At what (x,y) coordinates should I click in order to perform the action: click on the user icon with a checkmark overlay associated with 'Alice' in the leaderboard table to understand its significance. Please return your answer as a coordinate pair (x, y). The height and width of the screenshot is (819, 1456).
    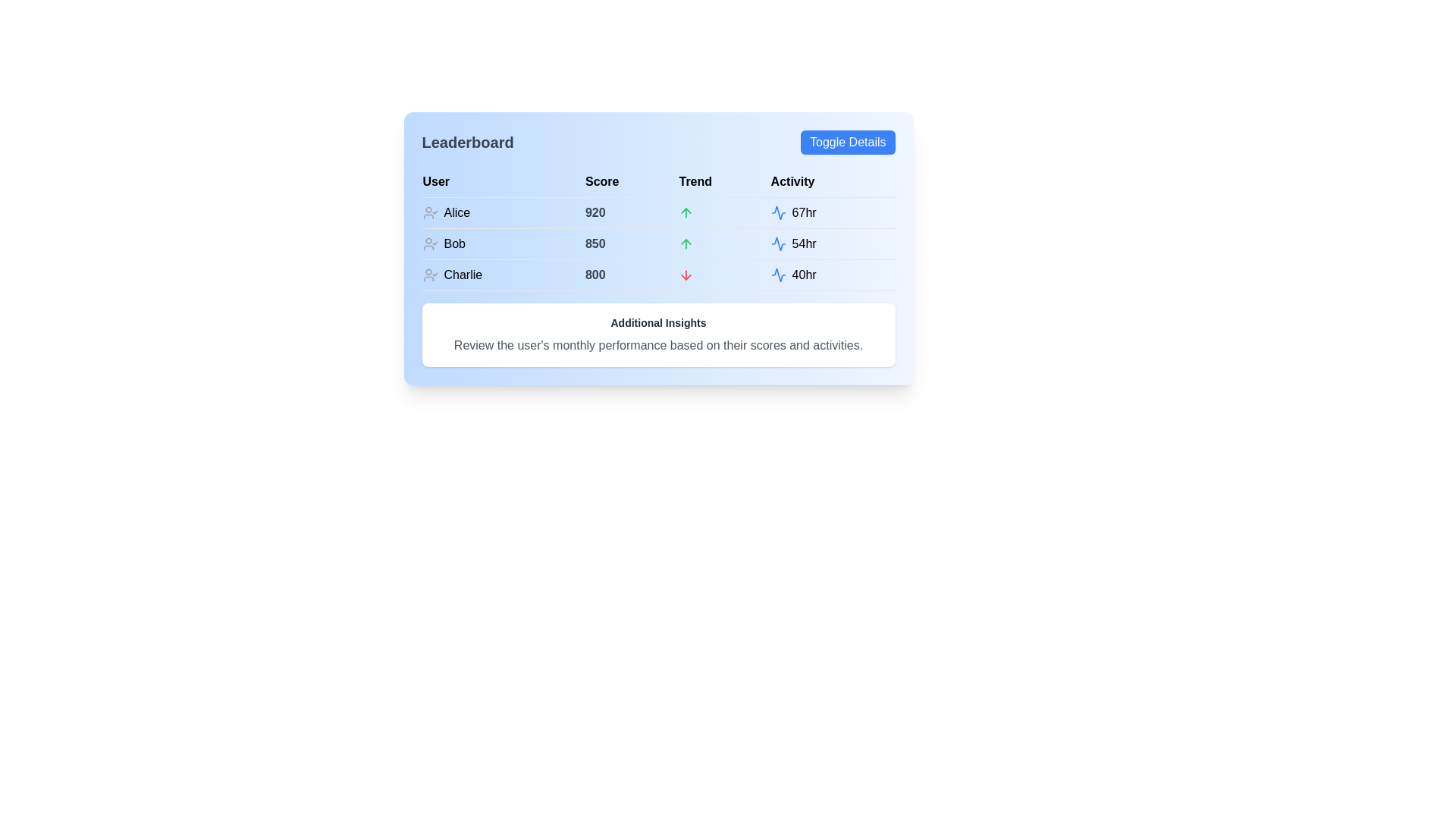
    Looking at the image, I should click on (429, 213).